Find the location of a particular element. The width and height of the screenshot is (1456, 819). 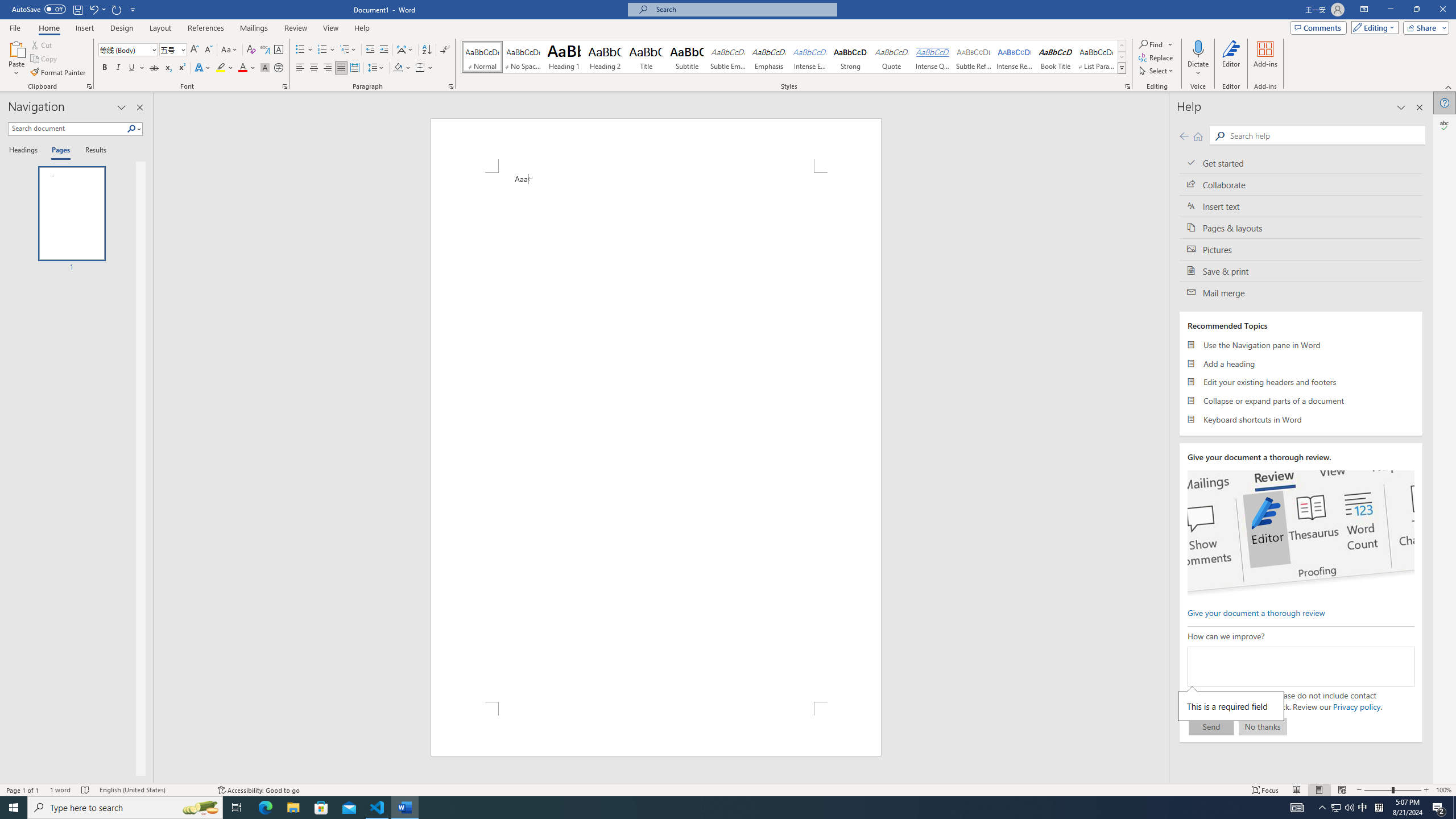

'Collapse or expand parts of a document' is located at coordinates (1300, 400).